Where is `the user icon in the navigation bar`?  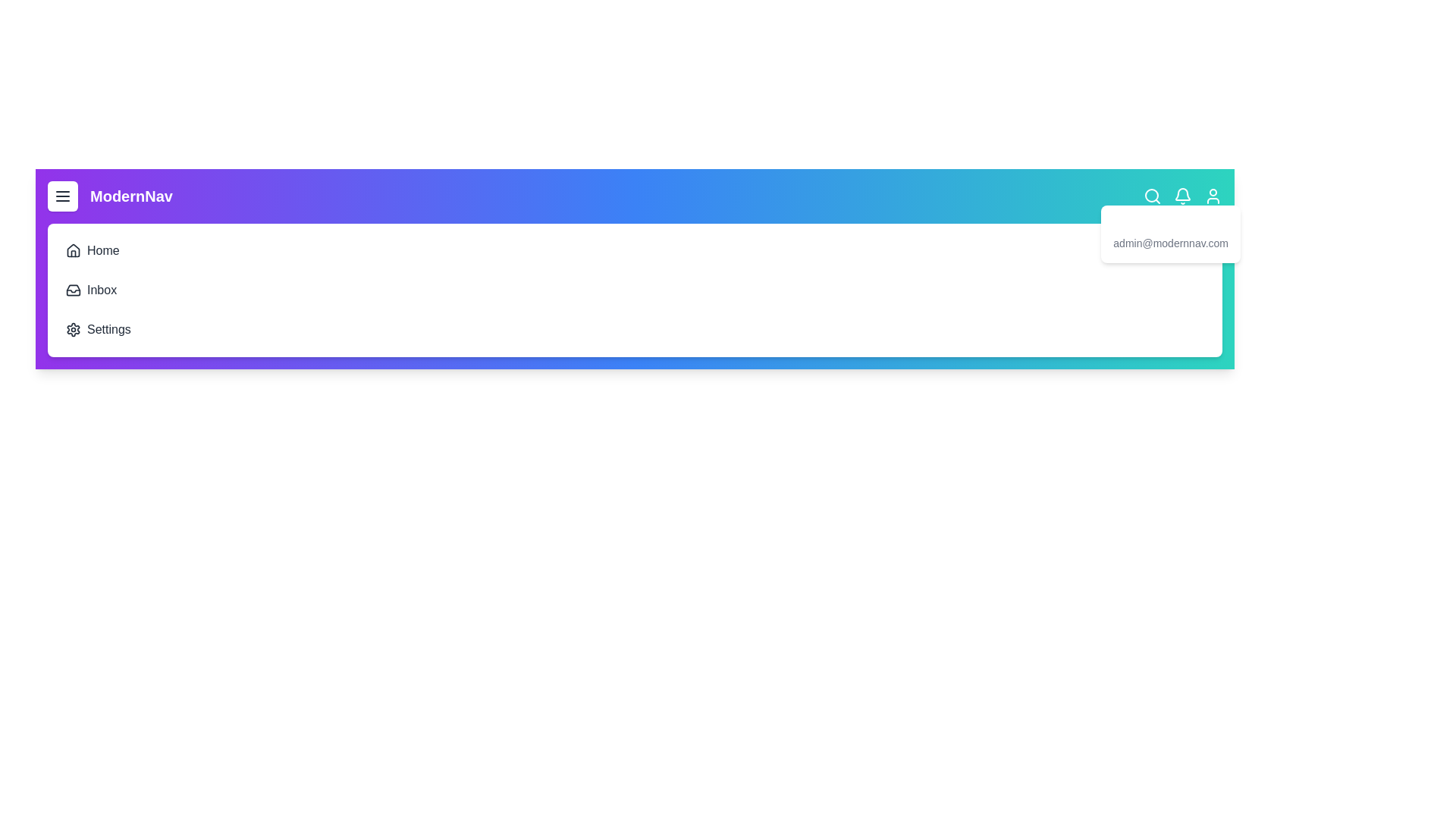 the user icon in the navigation bar is located at coordinates (1212, 195).